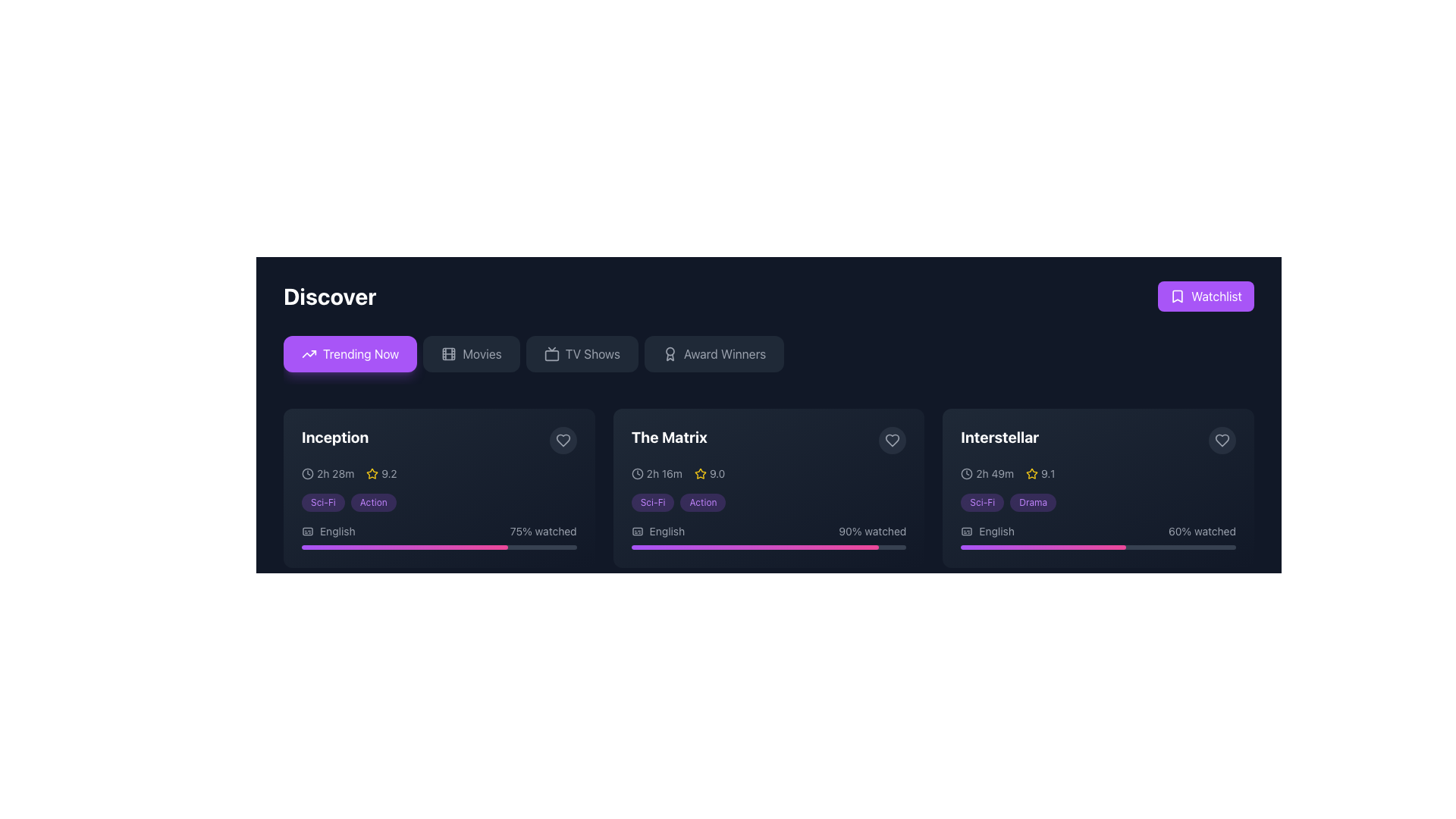  I want to click on the static text label that displays the rating score for the movie 'Inception', positioned to the right of a yellow star icon, so click(389, 472).